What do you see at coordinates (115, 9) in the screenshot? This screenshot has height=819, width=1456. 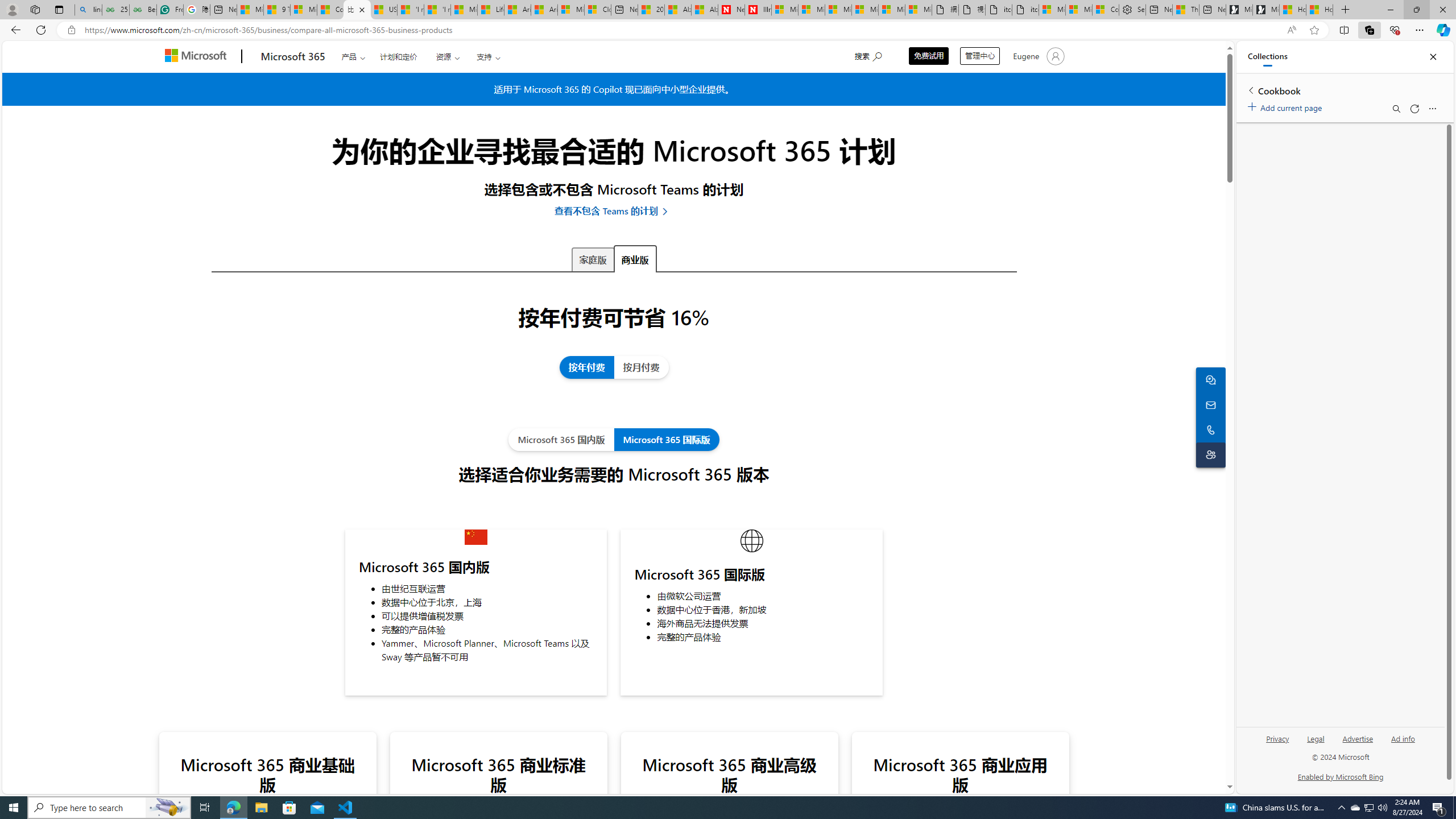 I see `'25 Basic Linux Commands For Beginners - GeeksforGeeks'` at bounding box center [115, 9].